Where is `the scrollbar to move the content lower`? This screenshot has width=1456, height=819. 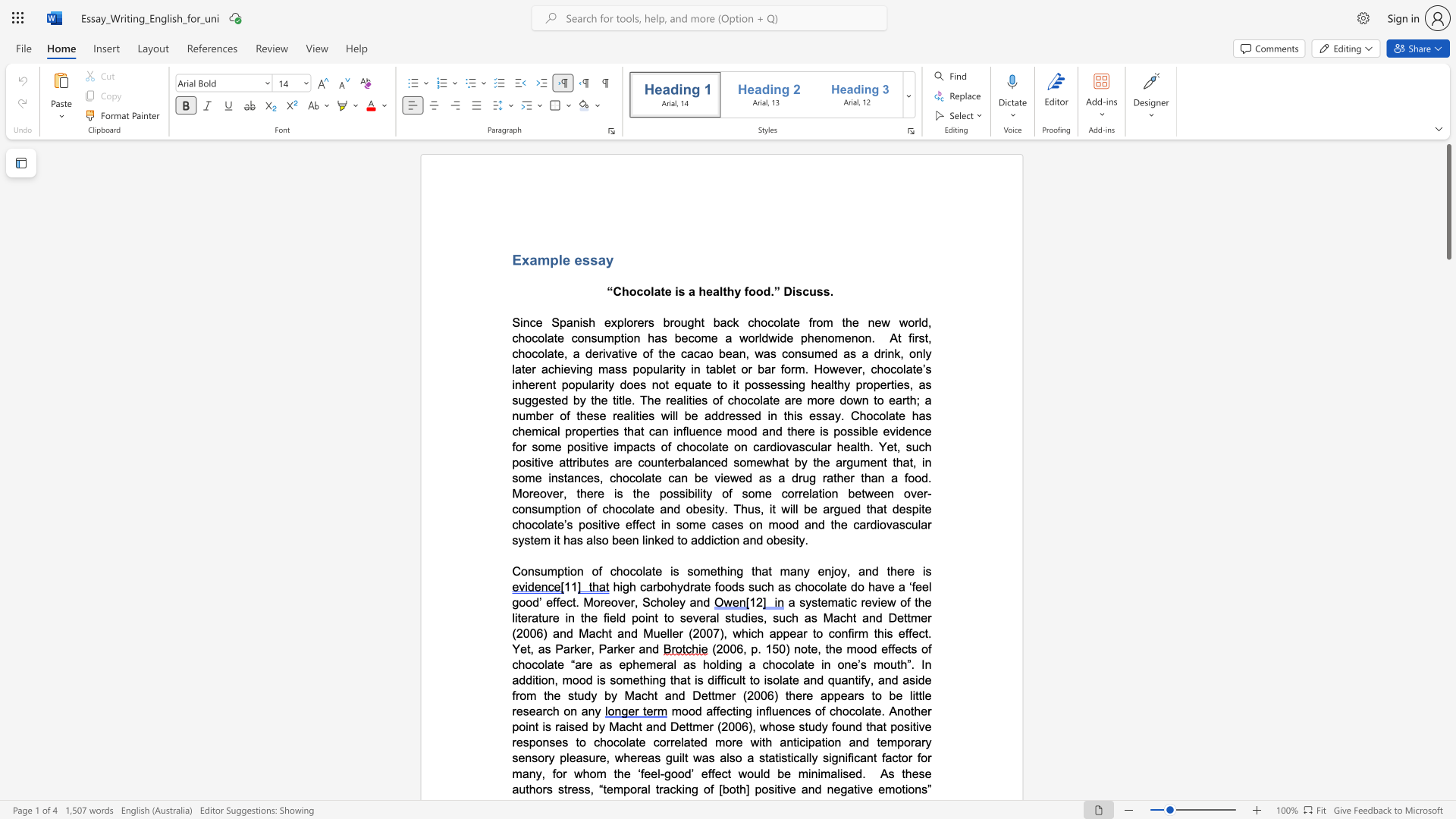
the scrollbar to move the content lower is located at coordinates (1448, 553).